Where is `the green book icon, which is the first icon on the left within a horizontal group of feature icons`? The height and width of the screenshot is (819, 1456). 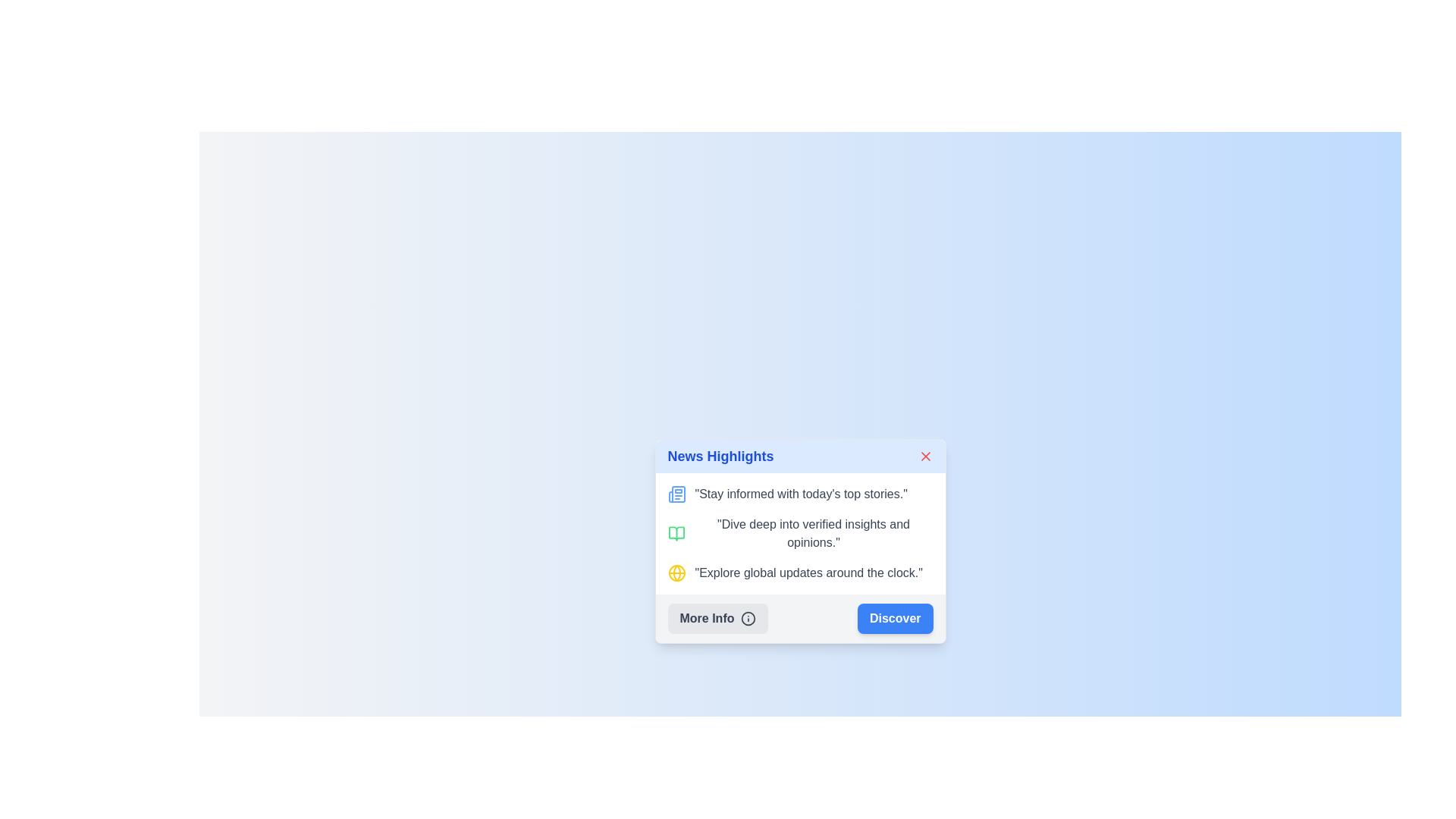 the green book icon, which is the first icon on the left within a horizontal group of feature icons is located at coordinates (676, 533).